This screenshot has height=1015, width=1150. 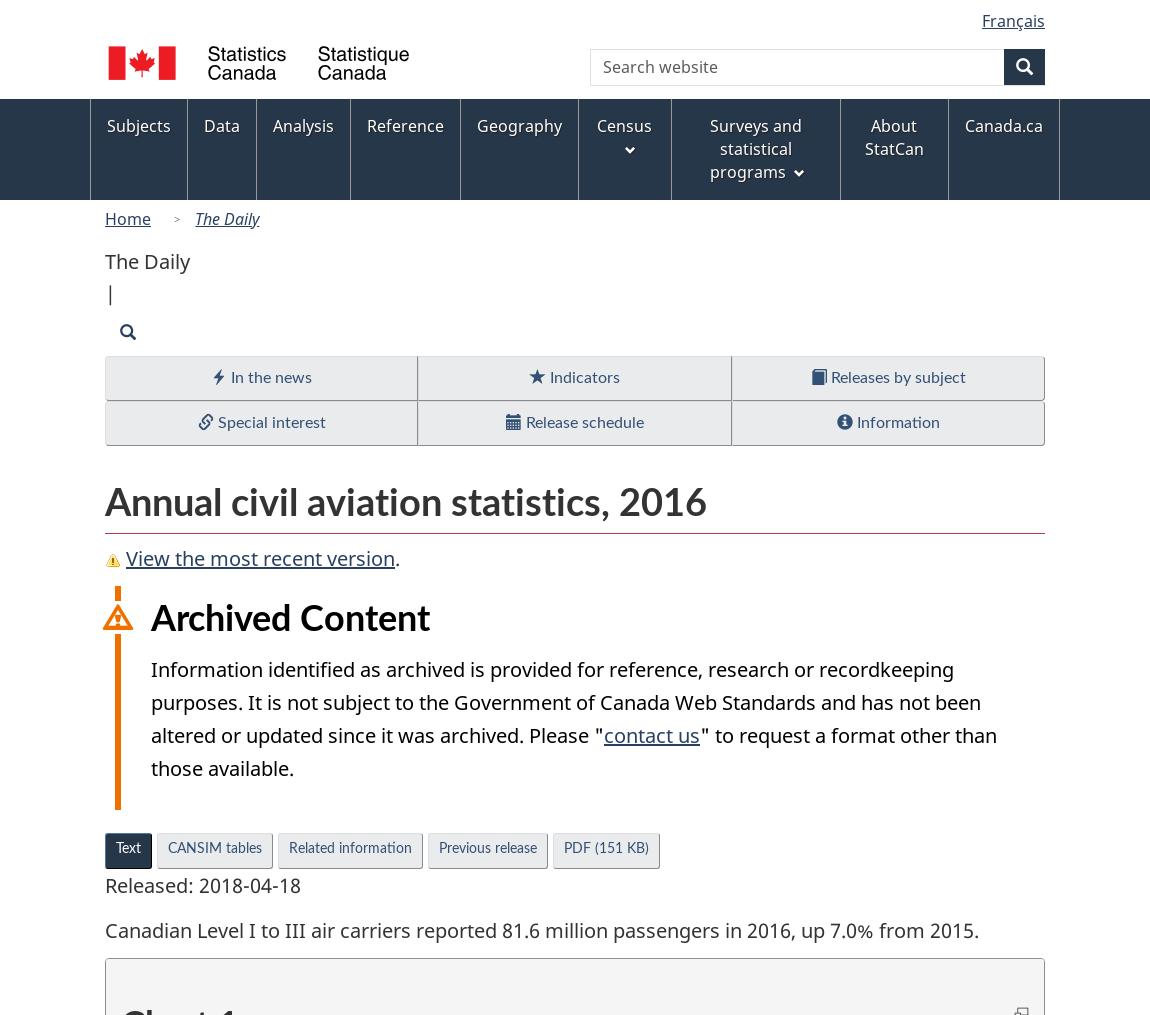 What do you see at coordinates (201, 884) in the screenshot?
I see `'Released: 2018-04-18'` at bounding box center [201, 884].